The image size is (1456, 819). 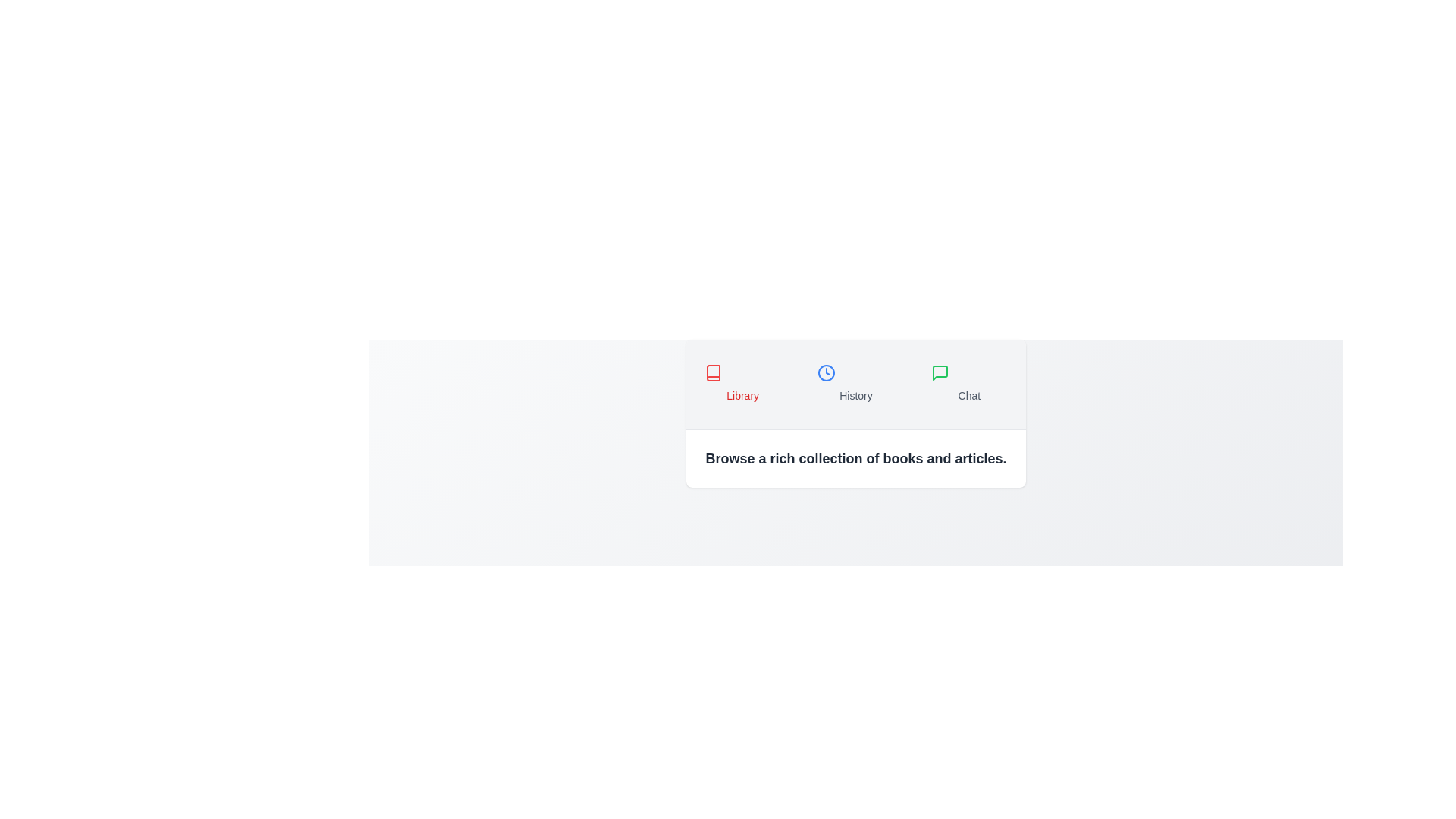 I want to click on the History tab, so click(x=855, y=383).